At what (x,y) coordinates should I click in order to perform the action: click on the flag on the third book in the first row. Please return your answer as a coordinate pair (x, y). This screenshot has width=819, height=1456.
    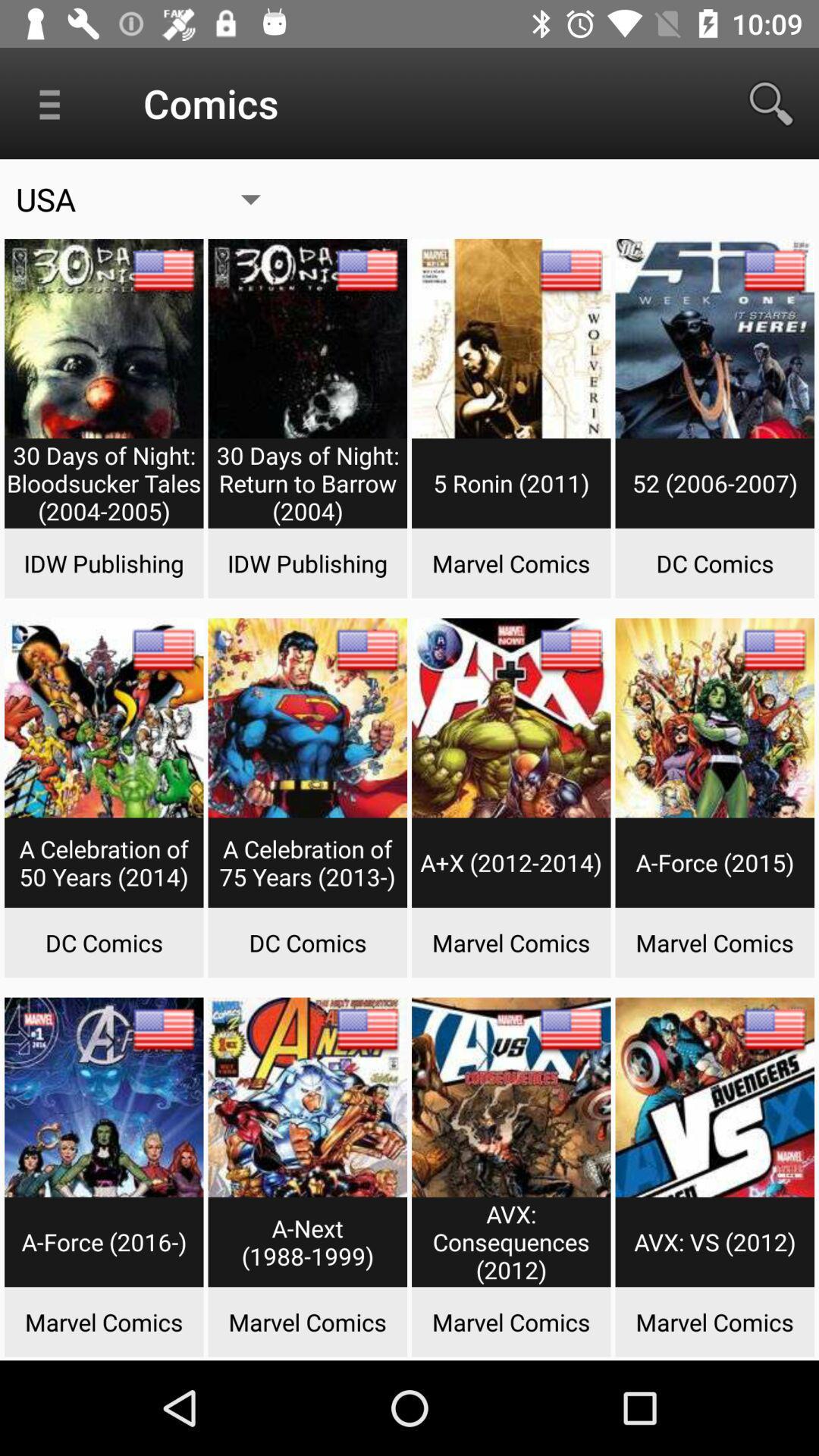
    Looking at the image, I should click on (570, 270).